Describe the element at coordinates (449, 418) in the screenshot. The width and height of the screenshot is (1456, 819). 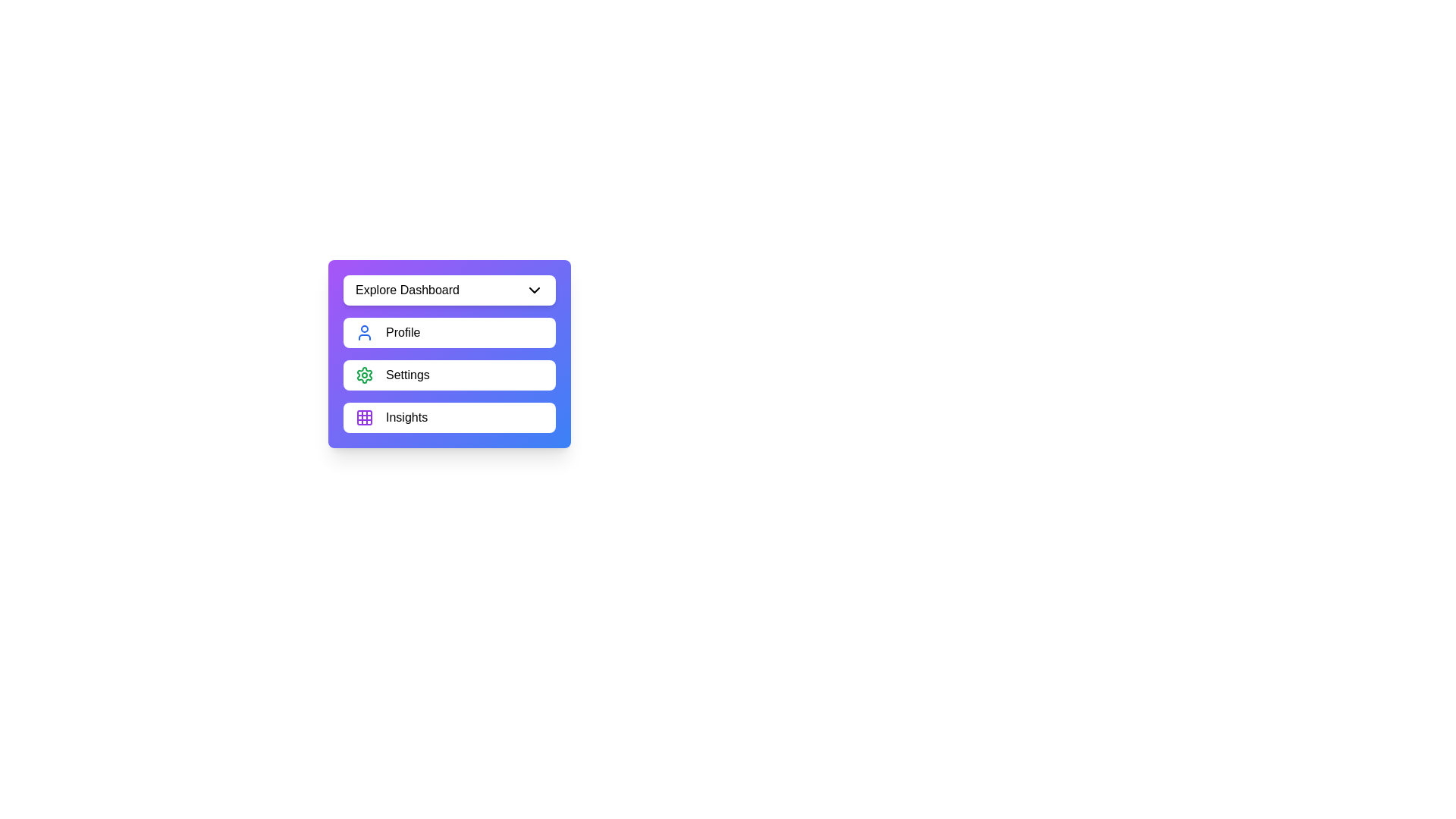
I see `the menu item Insights from the menu` at that location.